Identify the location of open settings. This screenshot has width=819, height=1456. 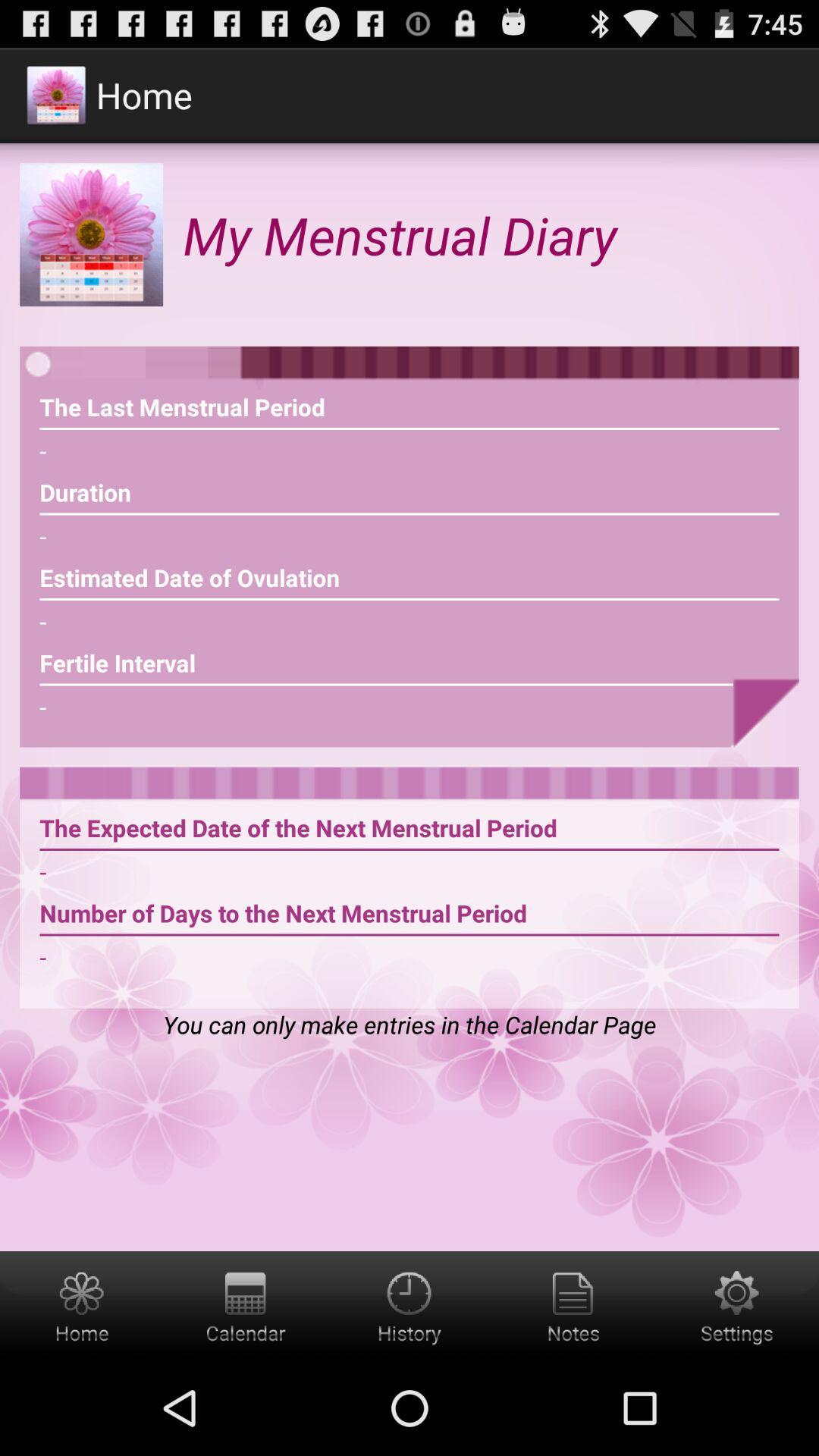
(736, 1305).